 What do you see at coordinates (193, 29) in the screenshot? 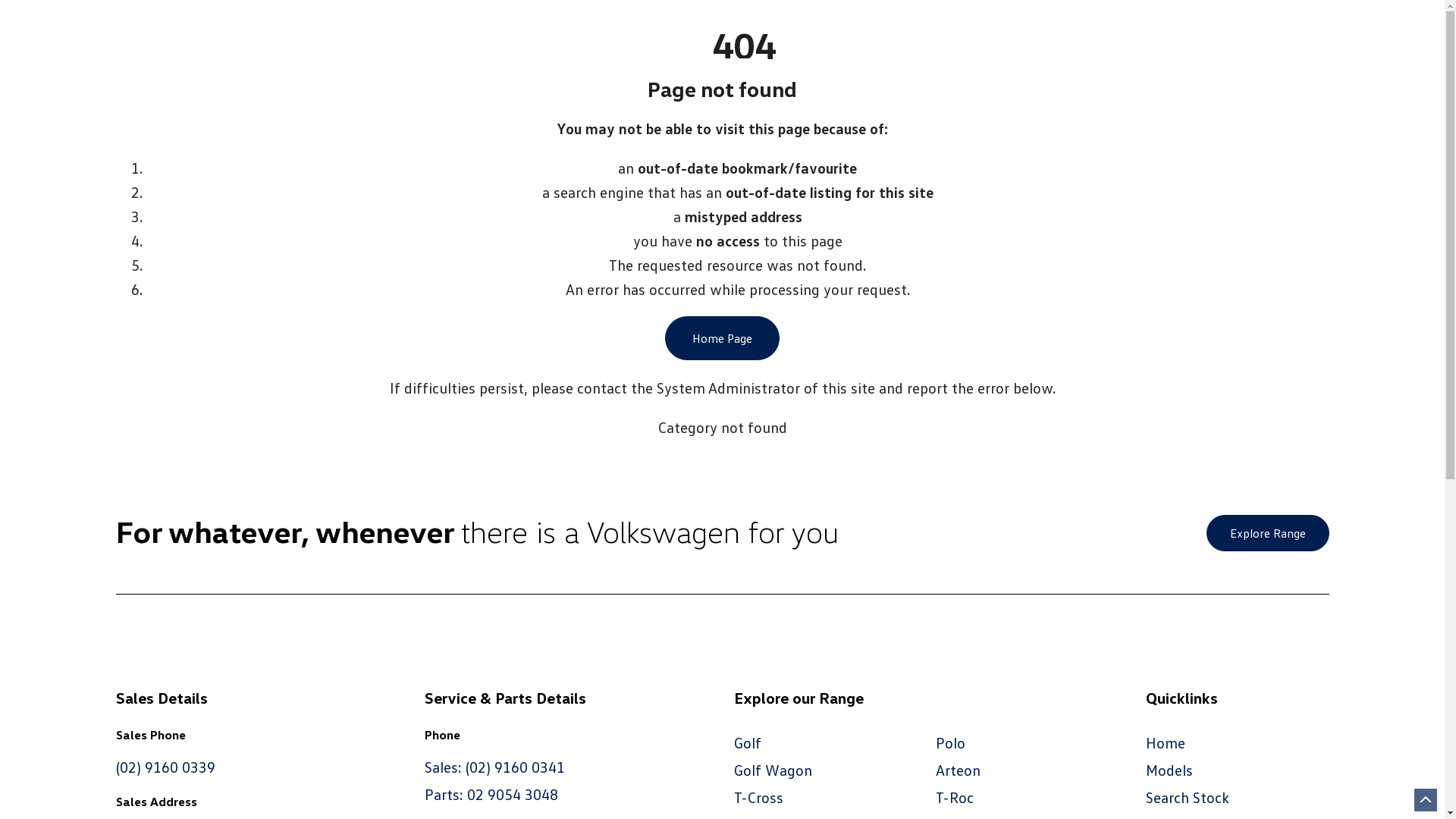
I see `'Sales: (02) 9160 0339'` at bounding box center [193, 29].